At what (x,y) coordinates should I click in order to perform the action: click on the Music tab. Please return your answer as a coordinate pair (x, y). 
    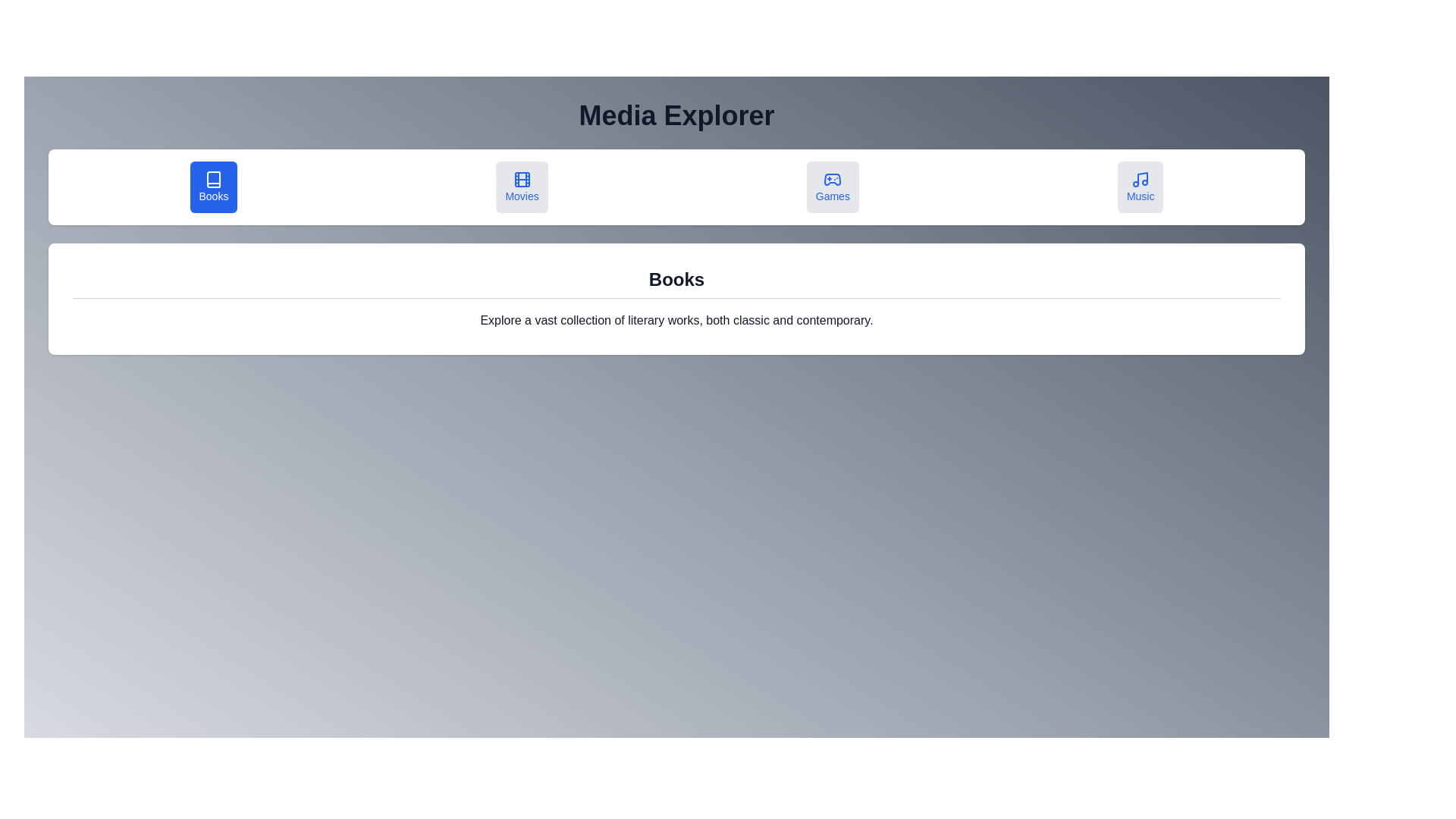
    Looking at the image, I should click on (1141, 186).